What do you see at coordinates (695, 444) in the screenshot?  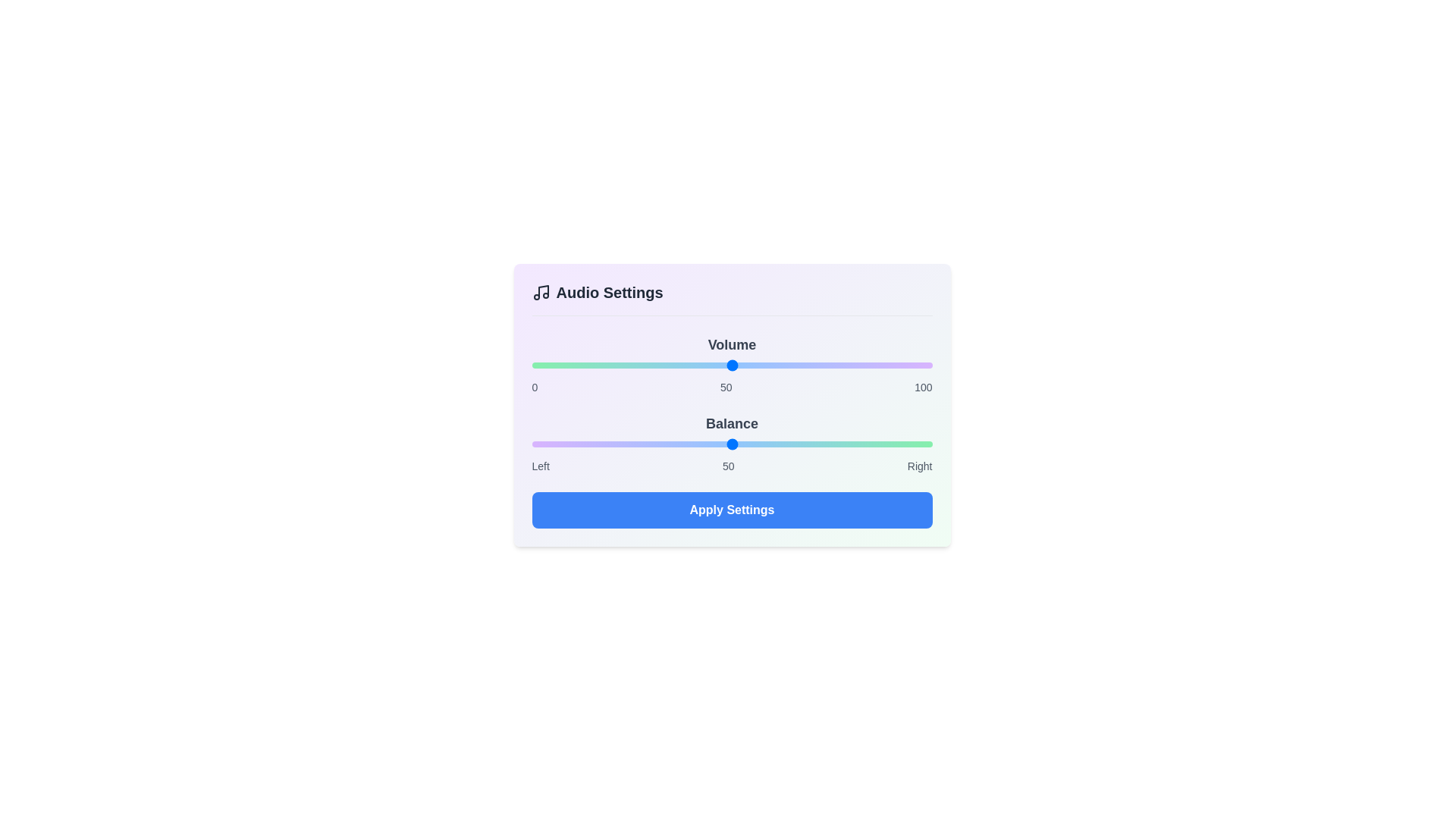 I see `balance` at bounding box center [695, 444].